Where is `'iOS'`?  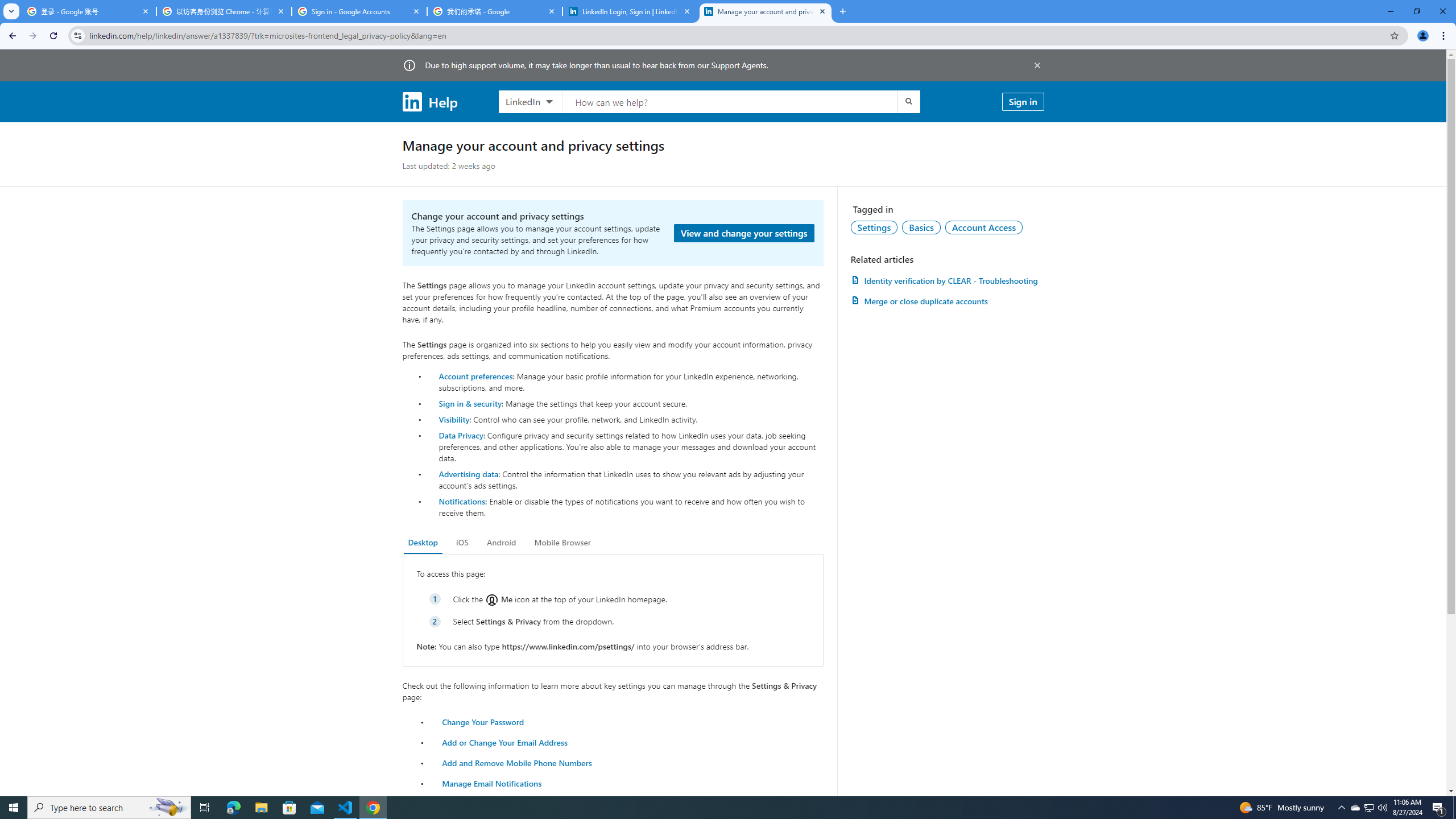
'iOS' is located at coordinates (461, 542).